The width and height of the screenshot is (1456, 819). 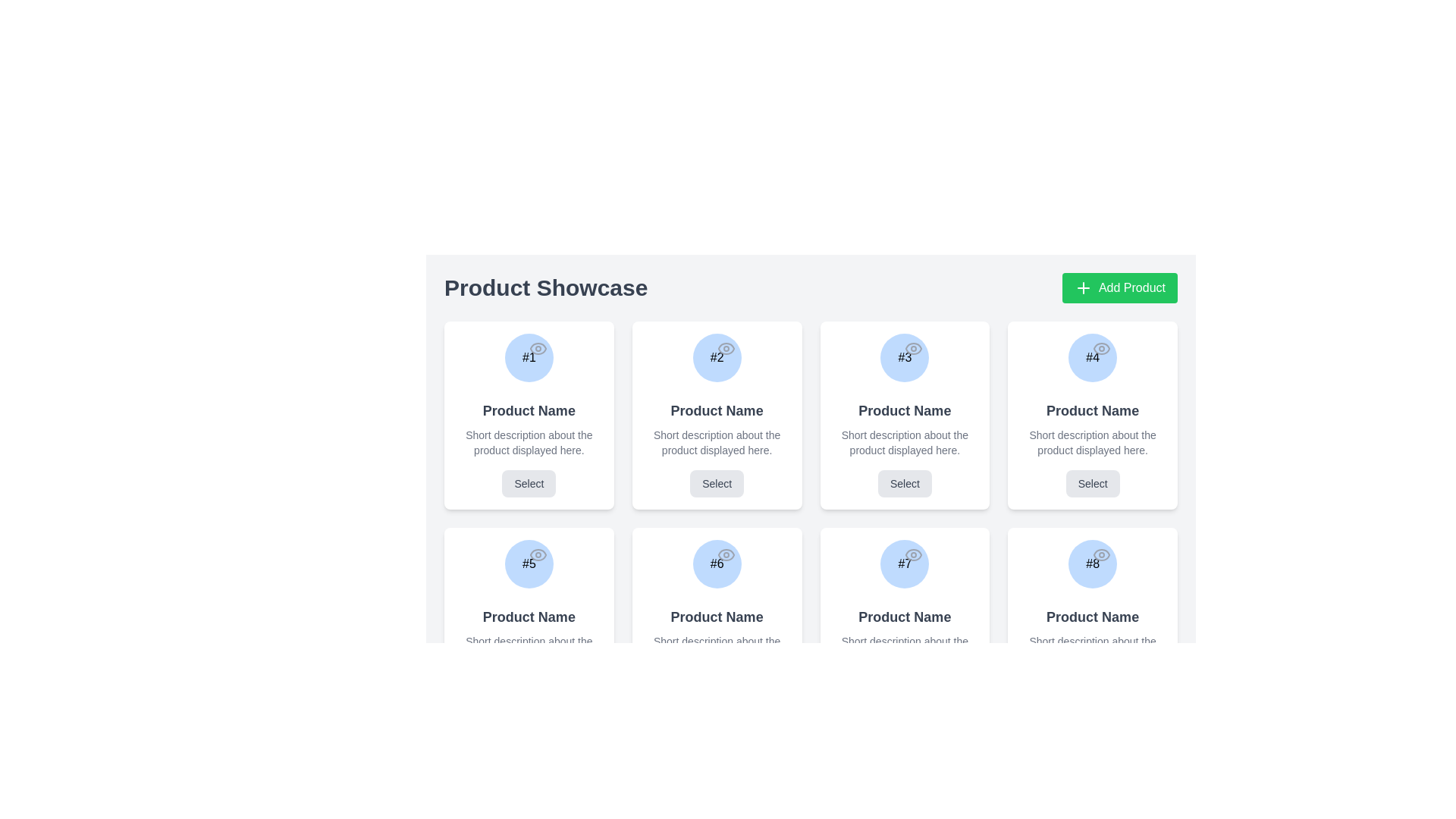 What do you see at coordinates (725, 348) in the screenshot?
I see `the SVG eye icon located in the top-right corner of the blue circular area labeled '#2' in the second card of the product showcase grid` at bounding box center [725, 348].